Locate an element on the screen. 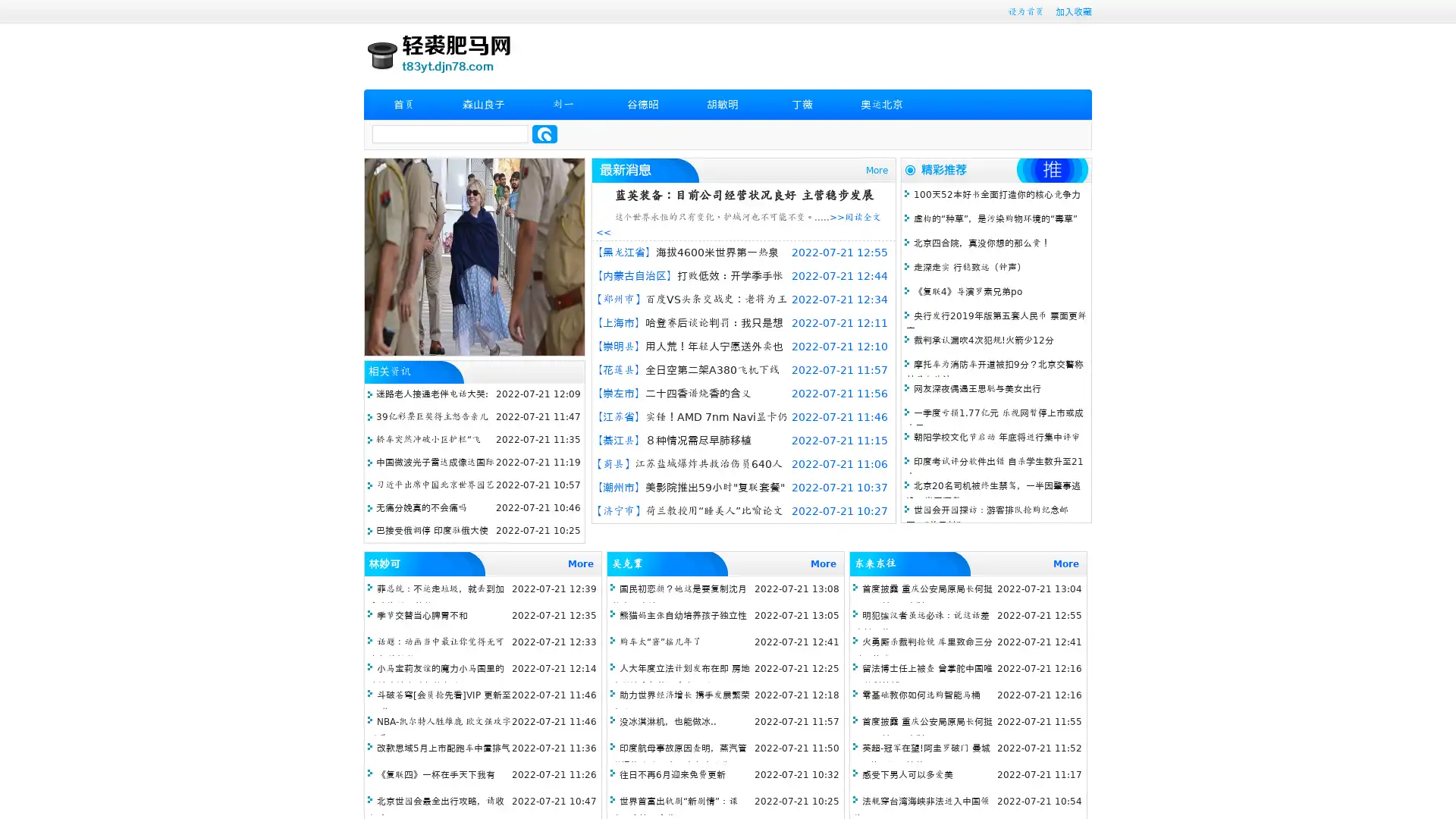 This screenshot has height=819, width=1456. Search is located at coordinates (544, 133).